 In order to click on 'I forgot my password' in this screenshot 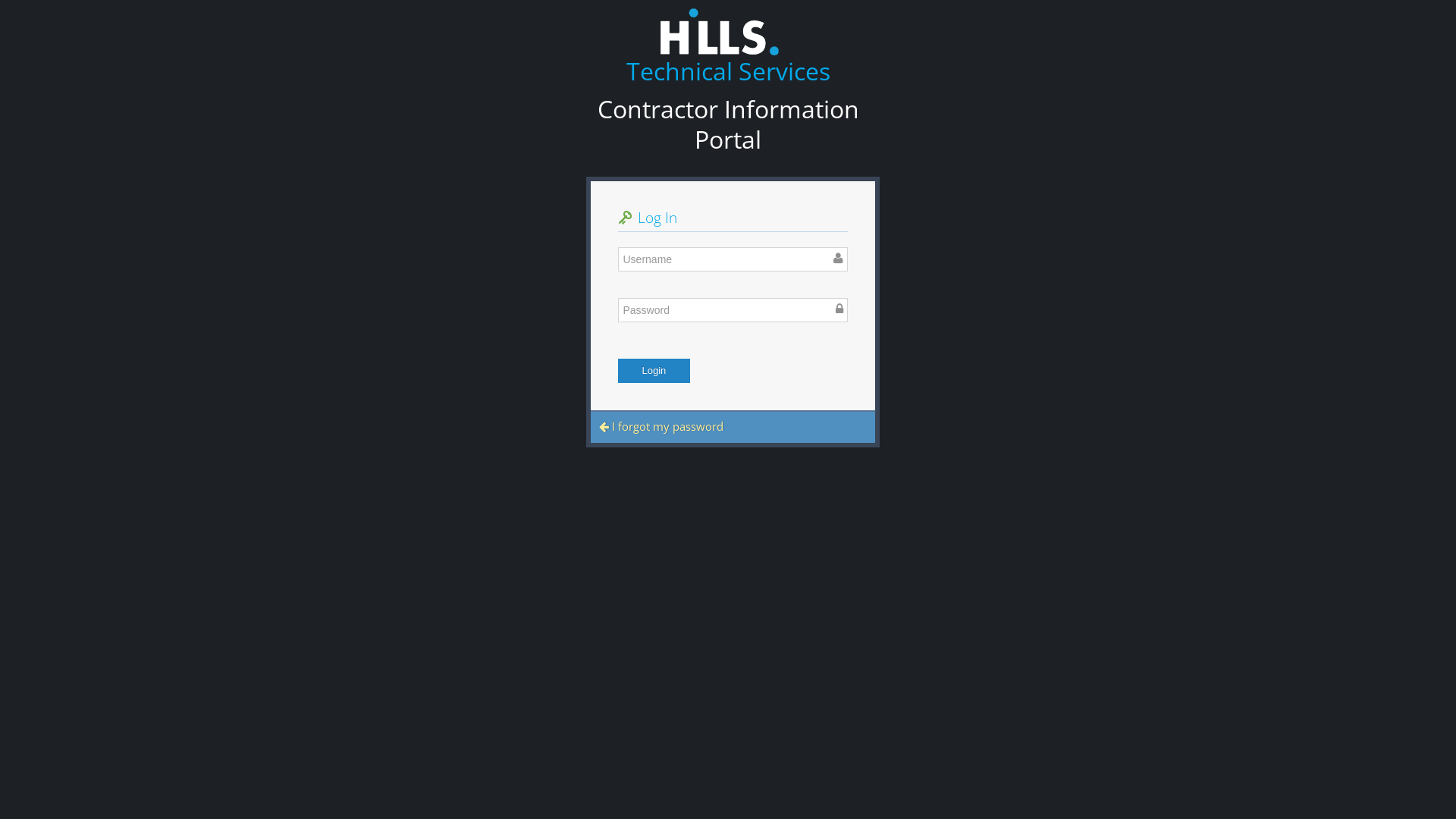, I will do `click(661, 426)`.